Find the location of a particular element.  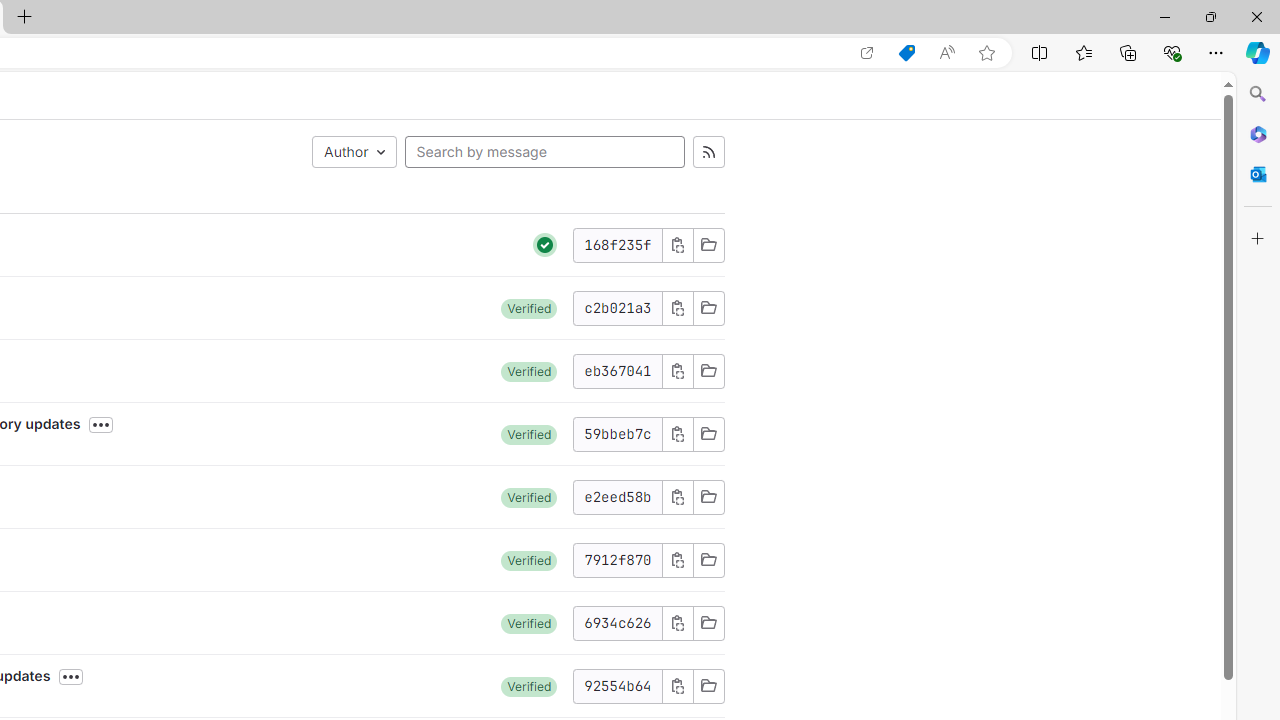

'Open in app' is located at coordinates (867, 52).